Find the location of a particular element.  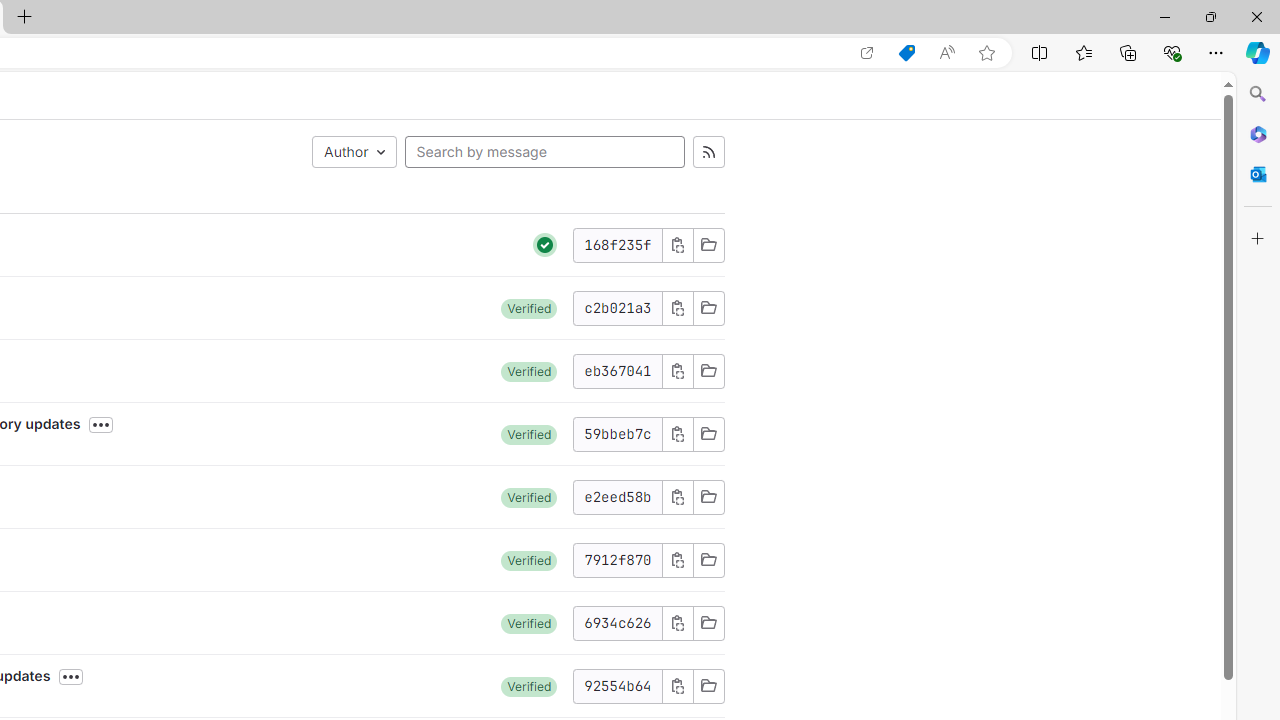

'Open in app' is located at coordinates (867, 52).